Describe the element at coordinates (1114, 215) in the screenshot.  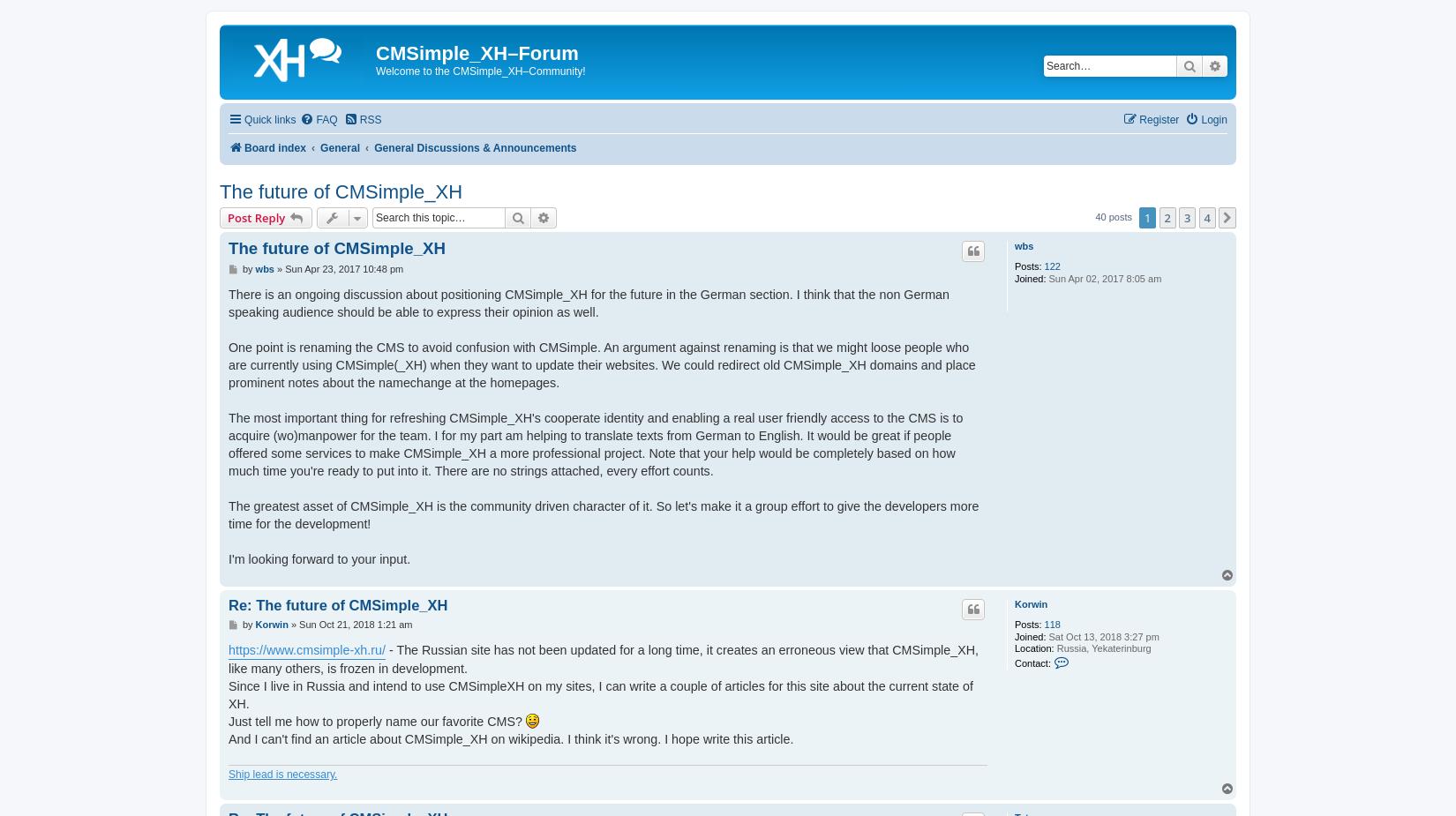
I see `'40 posts'` at that location.